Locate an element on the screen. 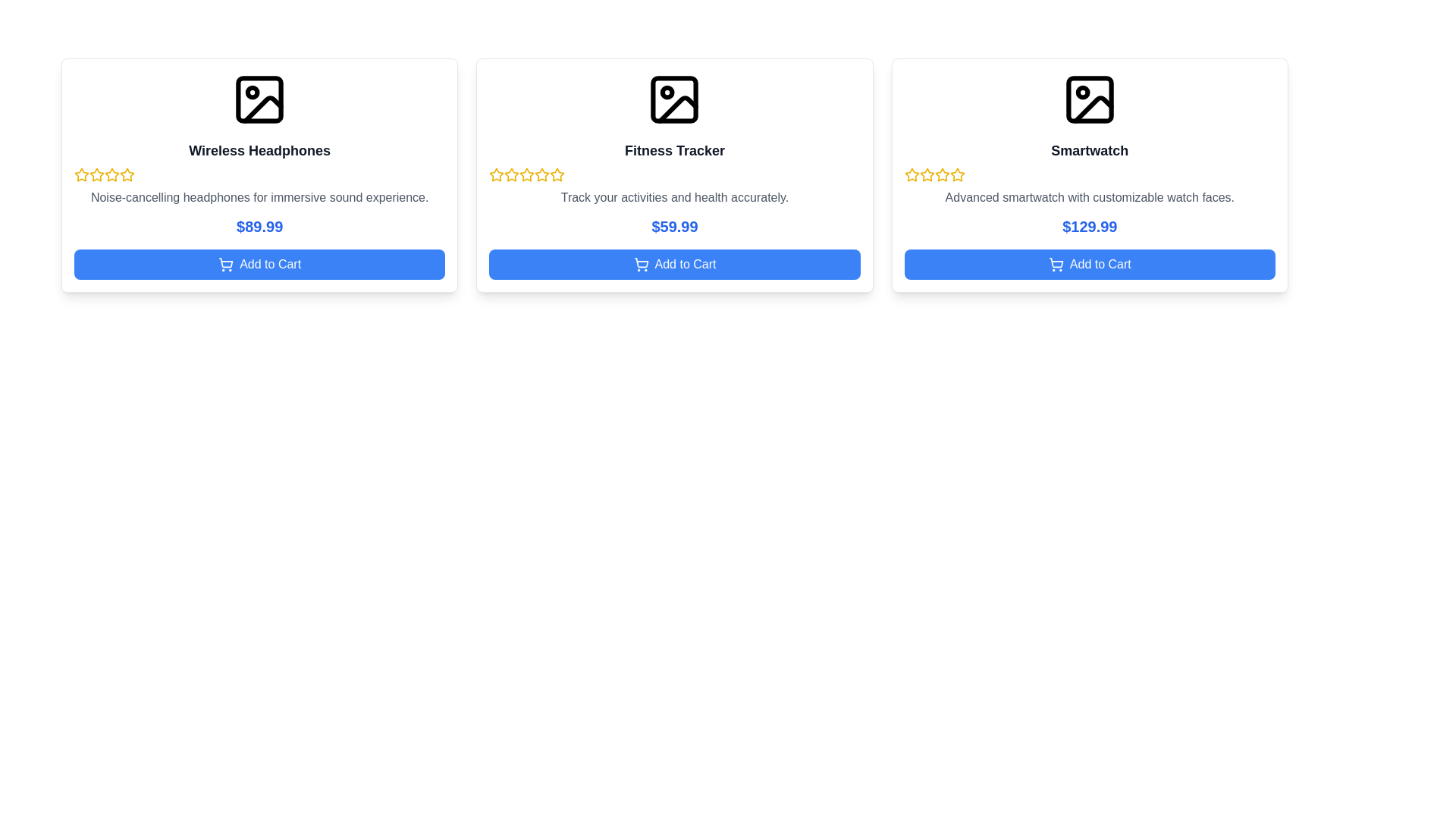 The height and width of the screenshot is (819, 1456). displayed details from the first Product Card in the grid layout, which features 'Wireless Headphones', a price of '$89.99', and an 'Add to Cart' button is located at coordinates (259, 174).